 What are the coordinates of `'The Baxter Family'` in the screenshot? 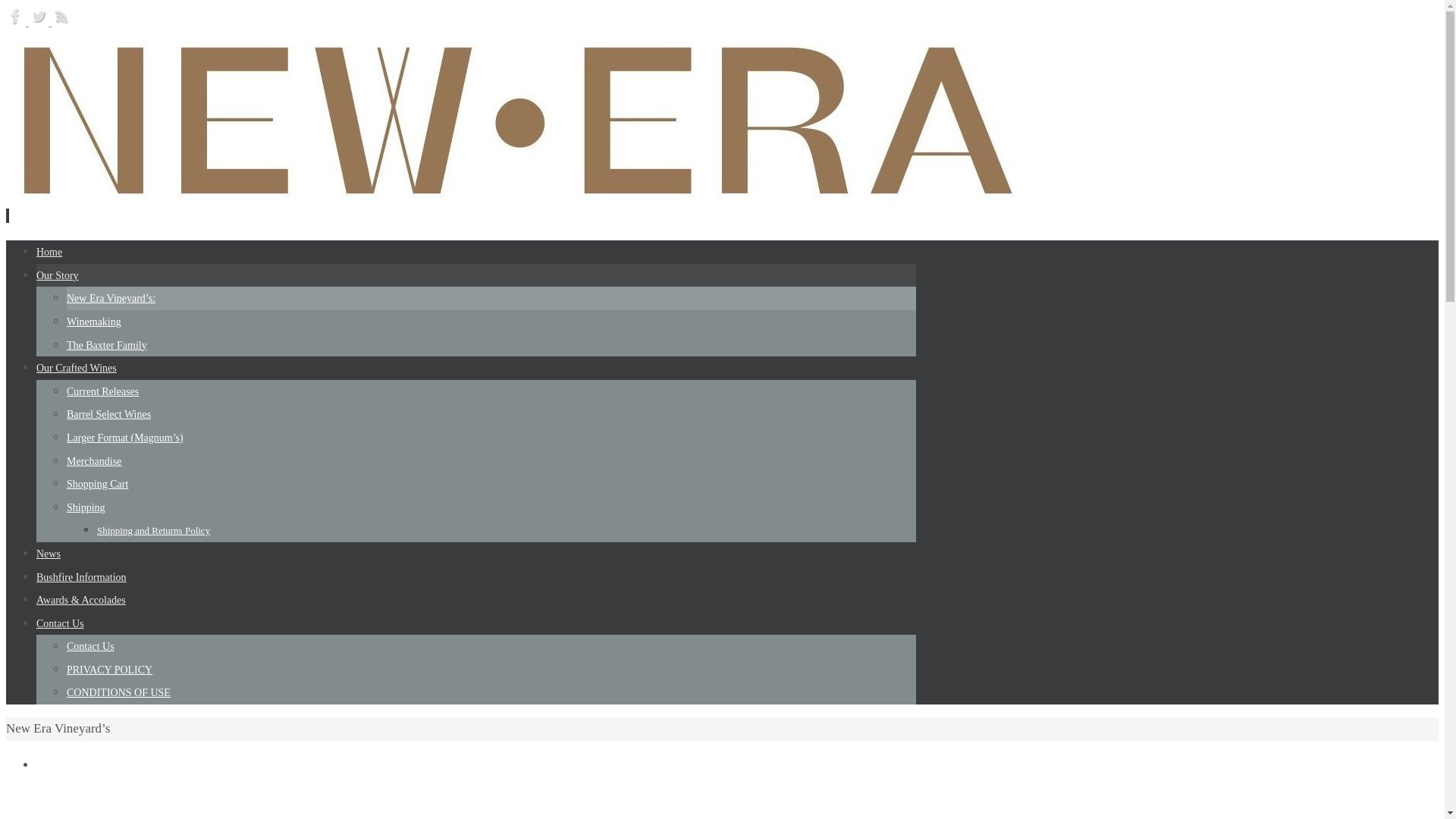 It's located at (65, 345).